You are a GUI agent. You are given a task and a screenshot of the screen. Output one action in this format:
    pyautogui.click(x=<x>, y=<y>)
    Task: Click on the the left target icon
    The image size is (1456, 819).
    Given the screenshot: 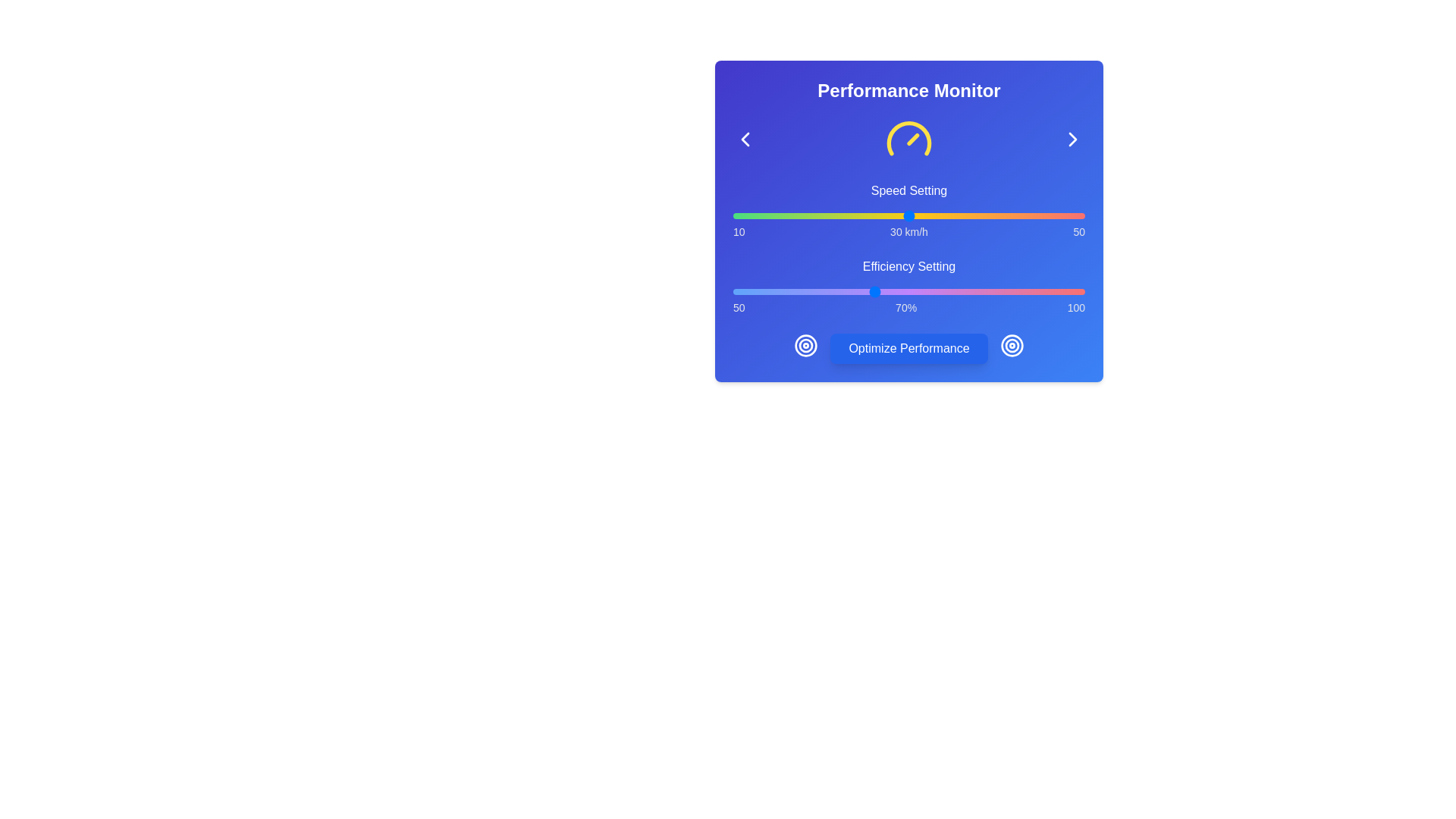 What is the action you would take?
    pyautogui.click(x=805, y=345)
    